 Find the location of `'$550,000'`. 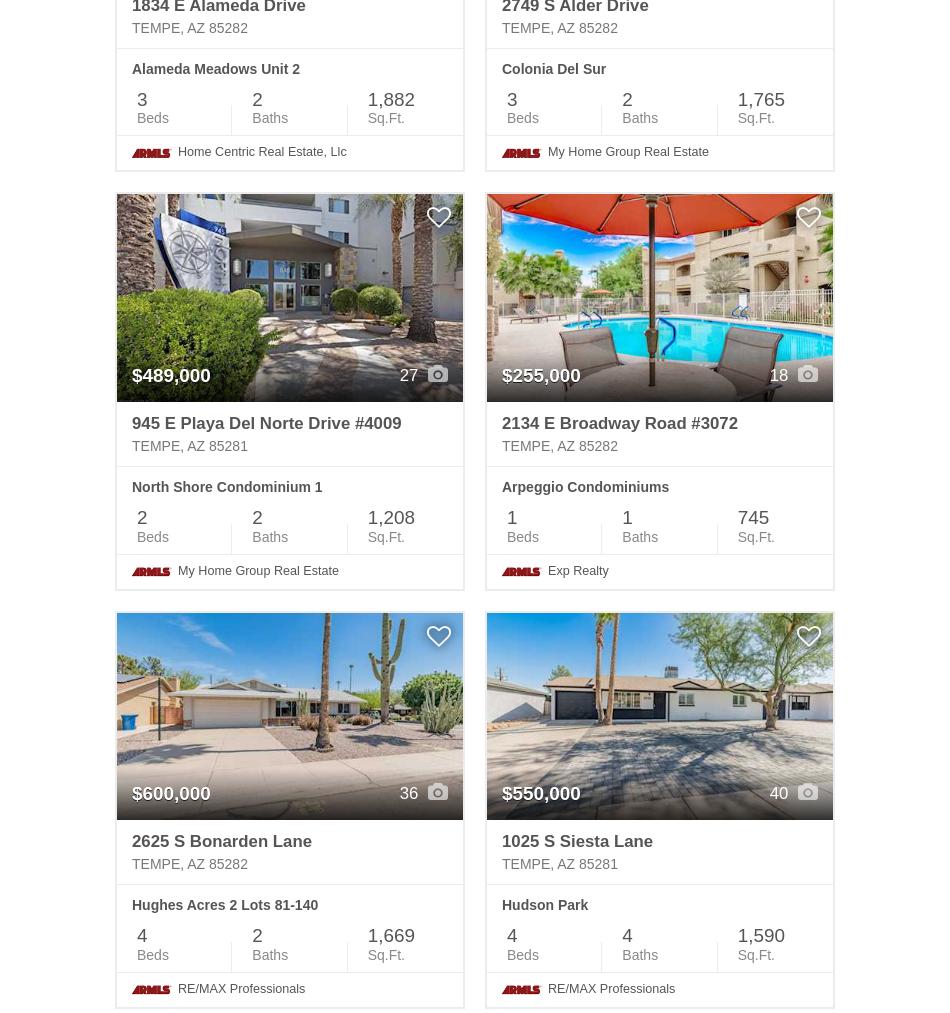

'$550,000' is located at coordinates (541, 793).